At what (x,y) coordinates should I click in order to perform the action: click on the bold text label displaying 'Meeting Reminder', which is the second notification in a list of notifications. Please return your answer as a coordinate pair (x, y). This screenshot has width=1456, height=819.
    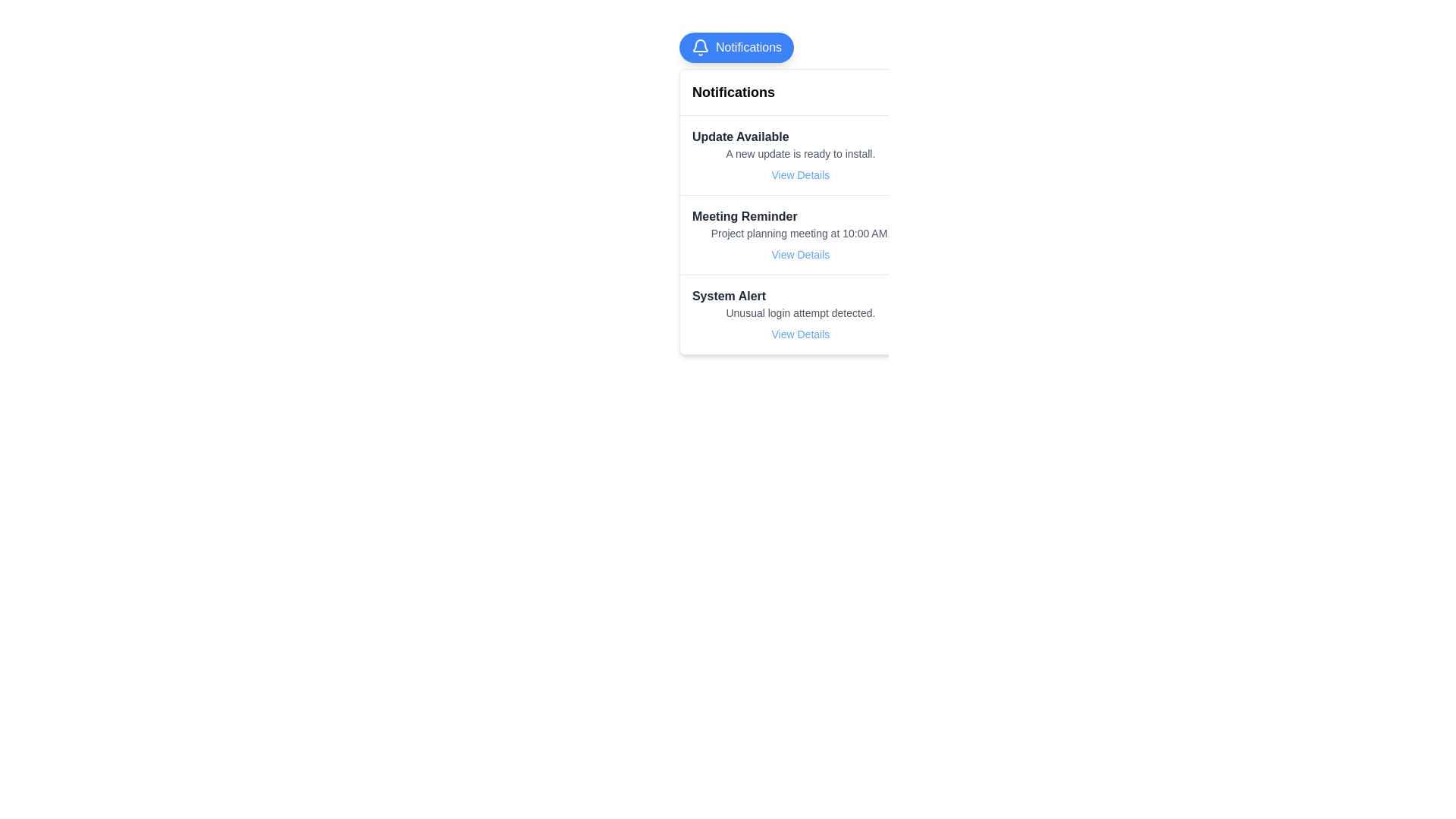
    Looking at the image, I should click on (745, 216).